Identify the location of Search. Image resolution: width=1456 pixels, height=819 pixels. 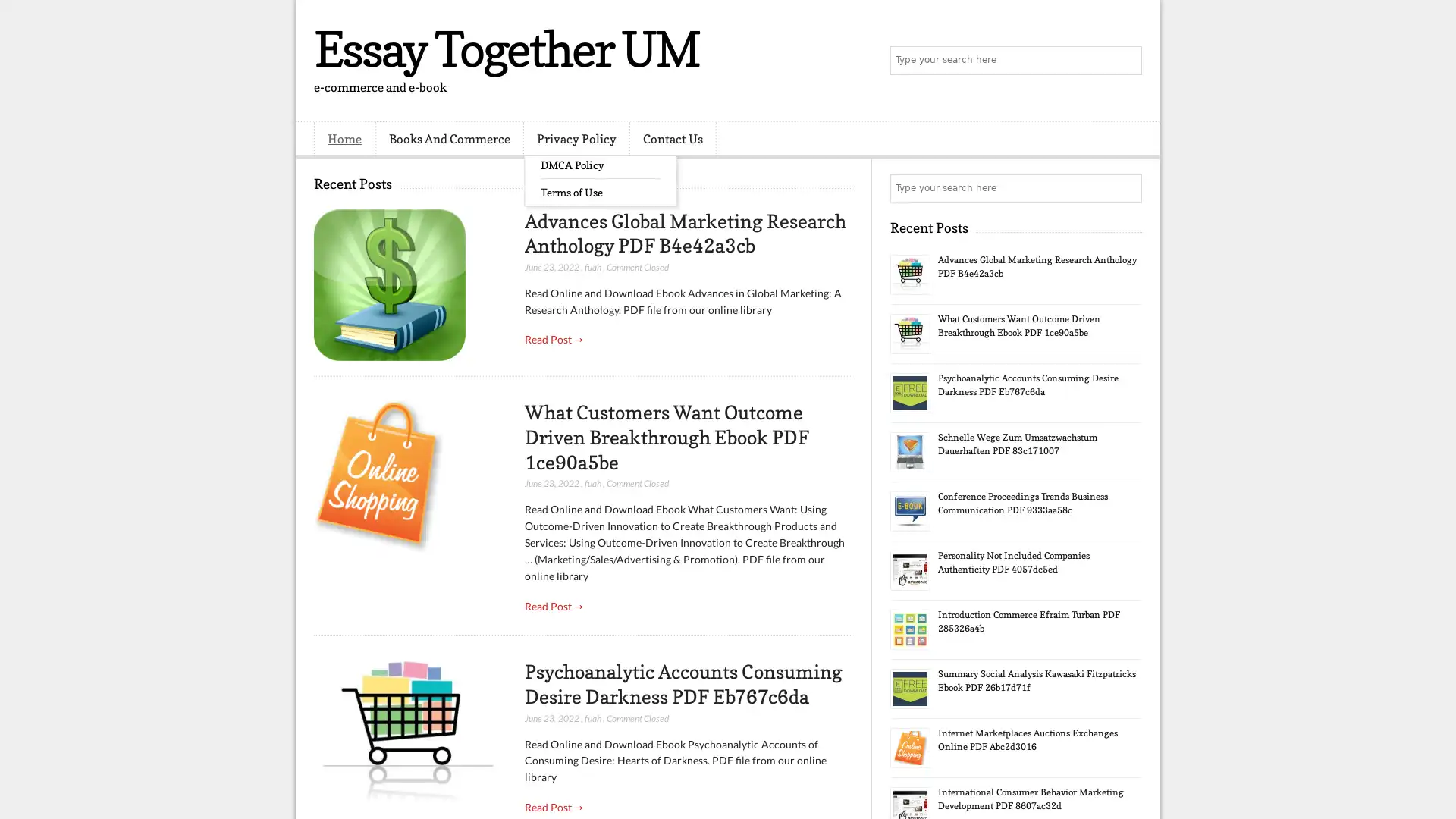
(1126, 61).